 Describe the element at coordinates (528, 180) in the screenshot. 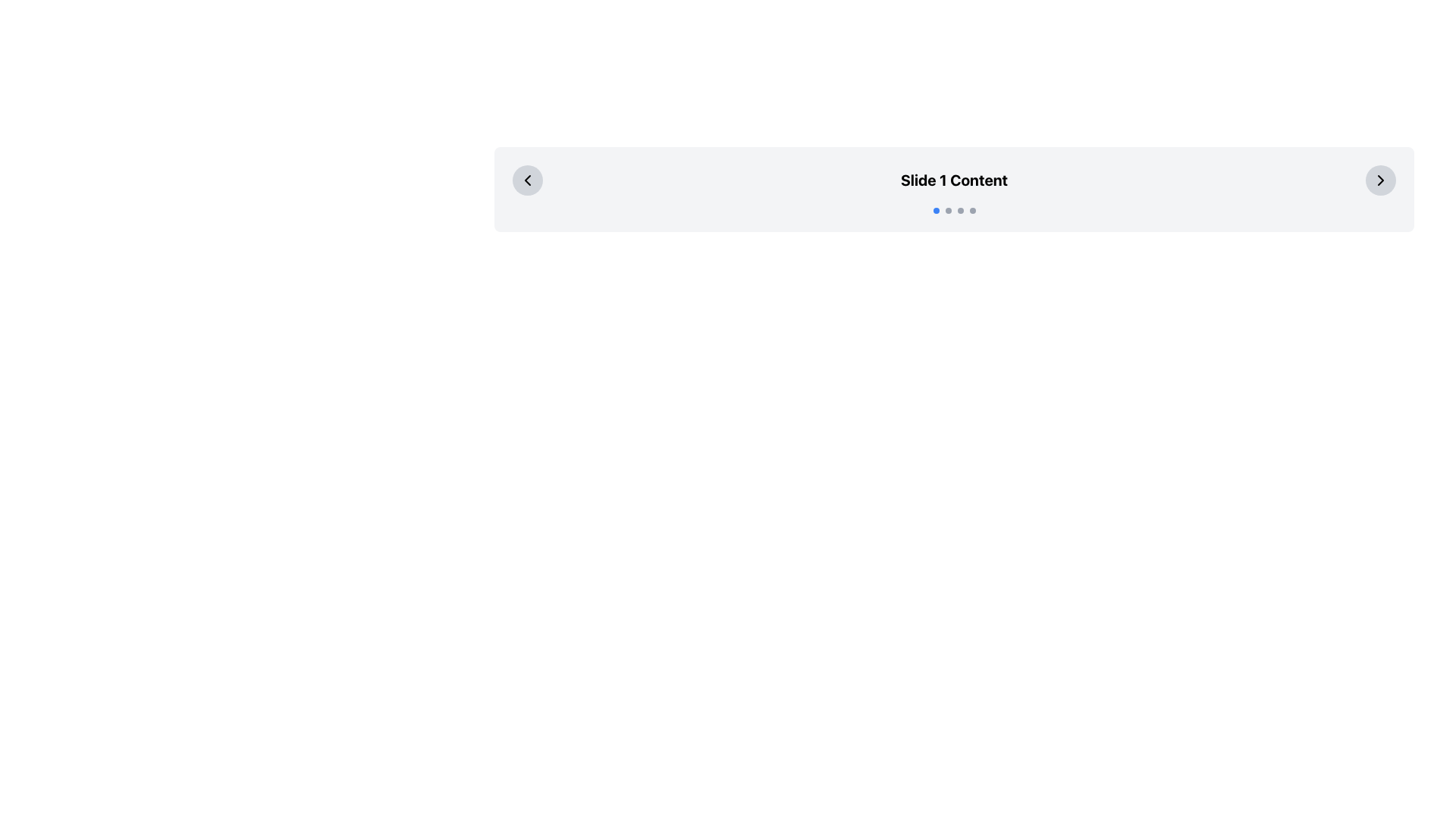

I see `the left-facing chevron icon located in the circular button on the left side of the horizontal navigation bar` at that location.